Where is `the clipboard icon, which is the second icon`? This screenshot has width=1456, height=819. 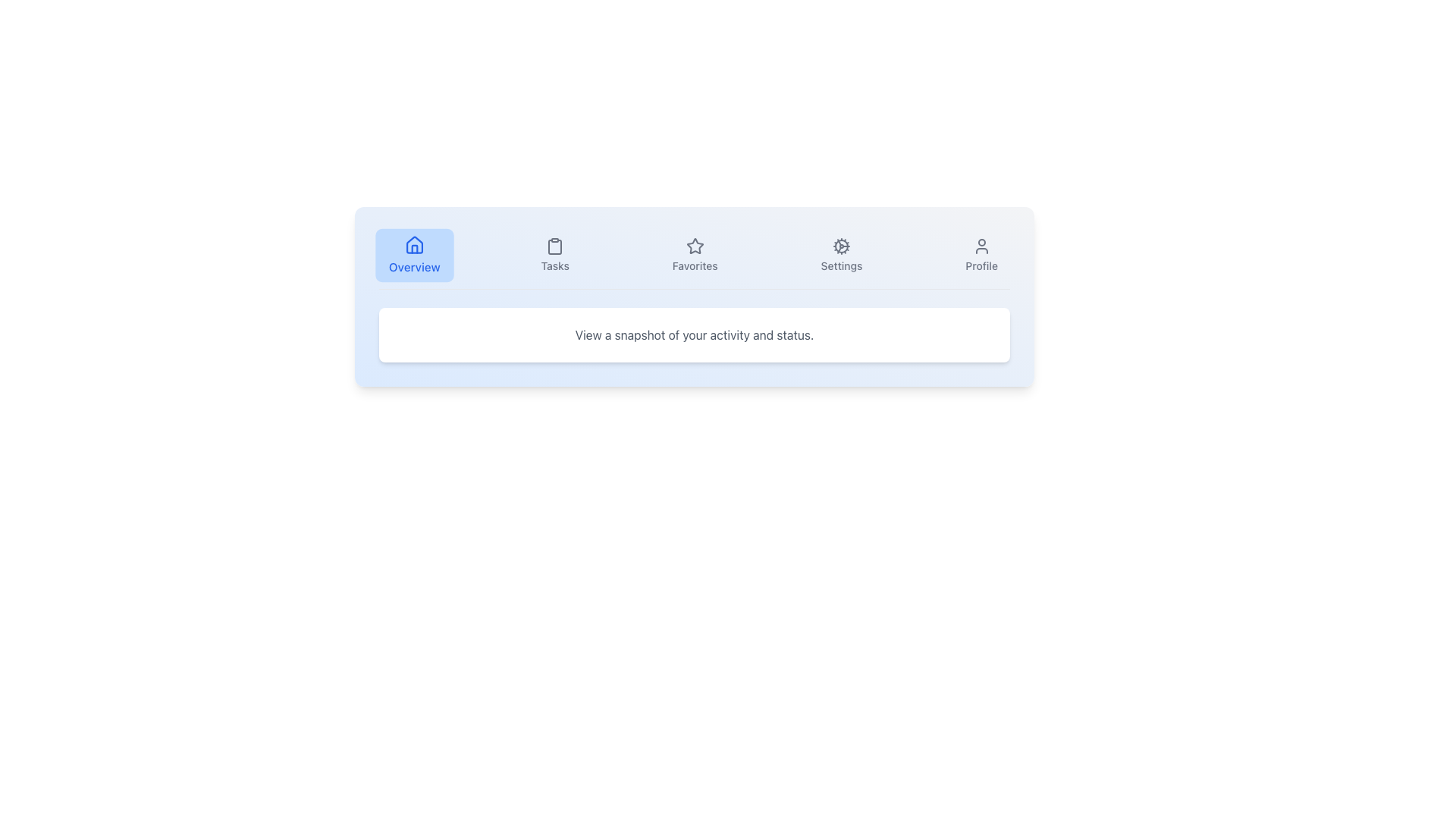 the clipboard icon, which is the second icon is located at coordinates (554, 246).